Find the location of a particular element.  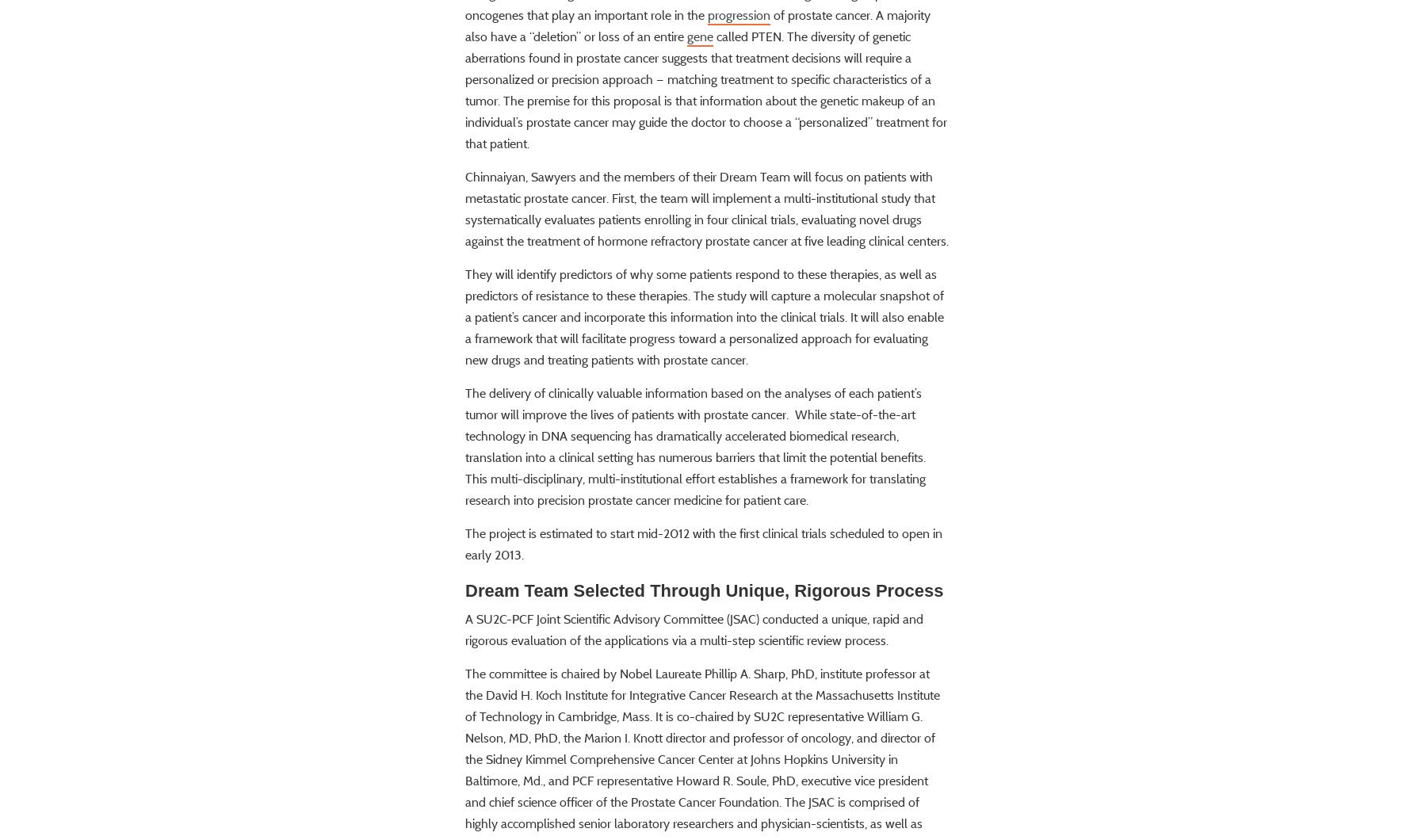

'A SU2C-PCF Joint Scientific Advisory Committee (JSAC) conducted a unique, rapid and rigorous evaluation of the applications via a multi-step scientific review process.' is located at coordinates (693, 675).